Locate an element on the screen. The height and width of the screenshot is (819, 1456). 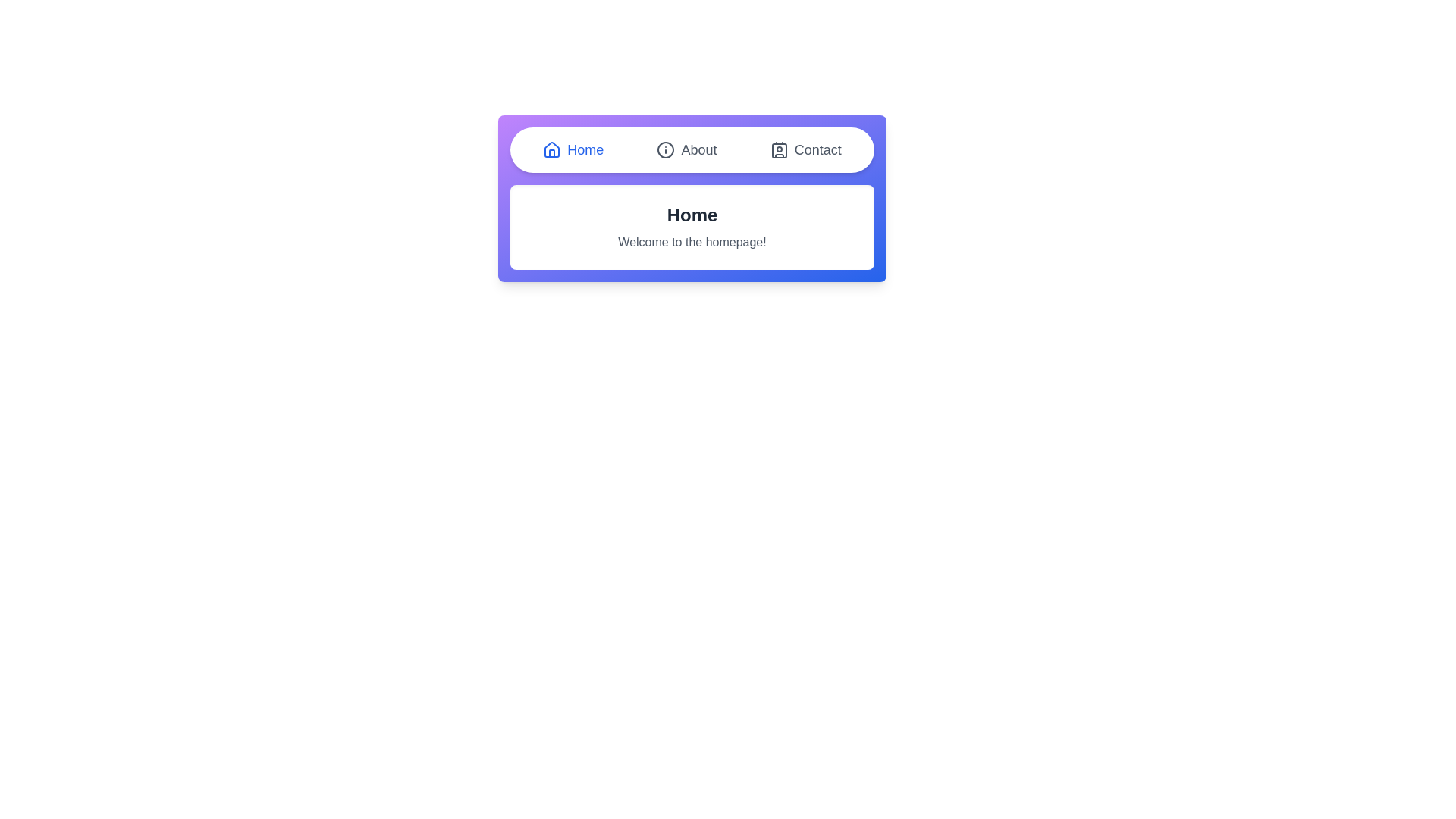
the Home tab to switch content is located at coordinates (572, 149).